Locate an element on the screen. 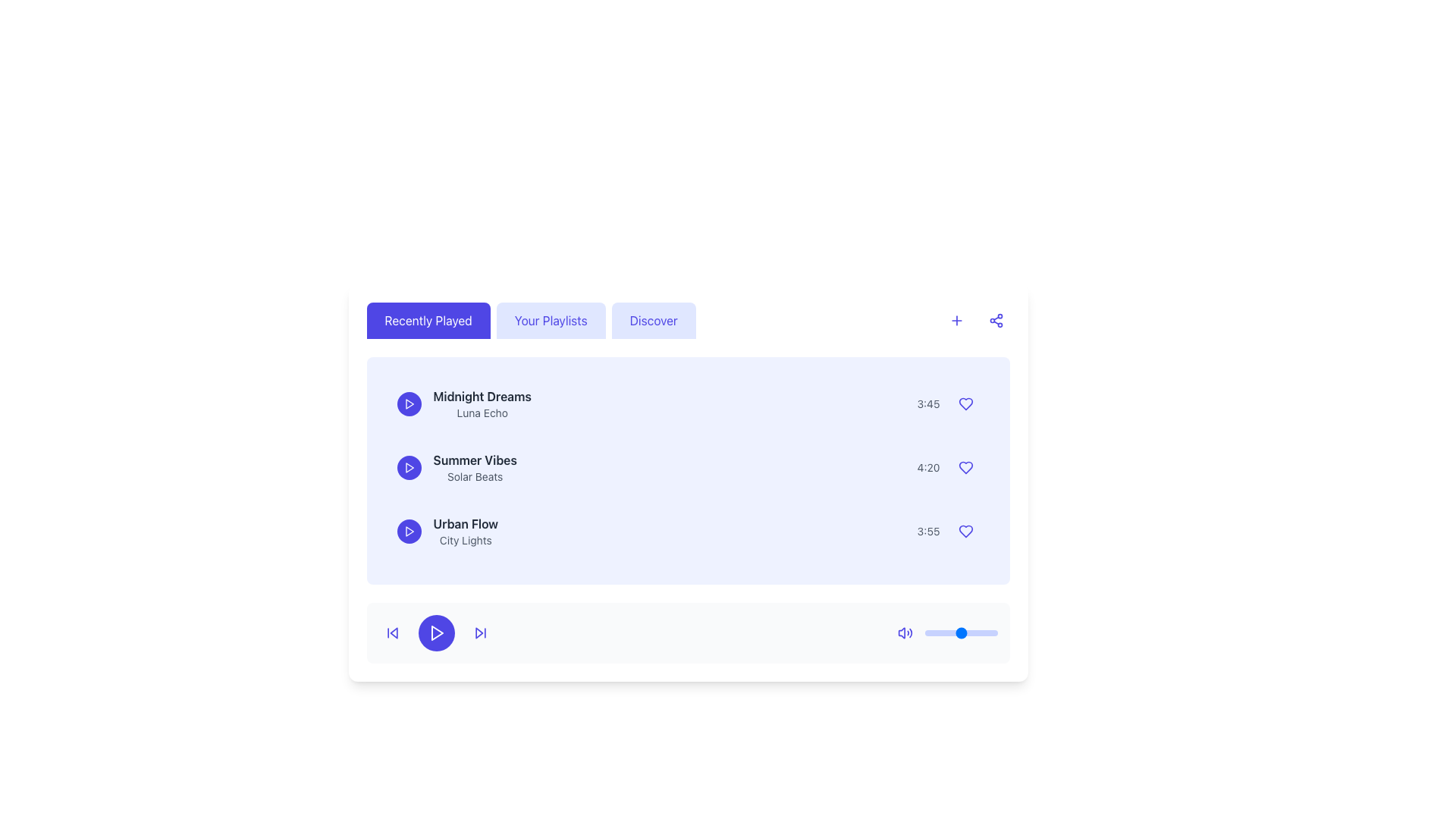  the third List Item representing a media track in the 'Recently Played' section is located at coordinates (687, 531).